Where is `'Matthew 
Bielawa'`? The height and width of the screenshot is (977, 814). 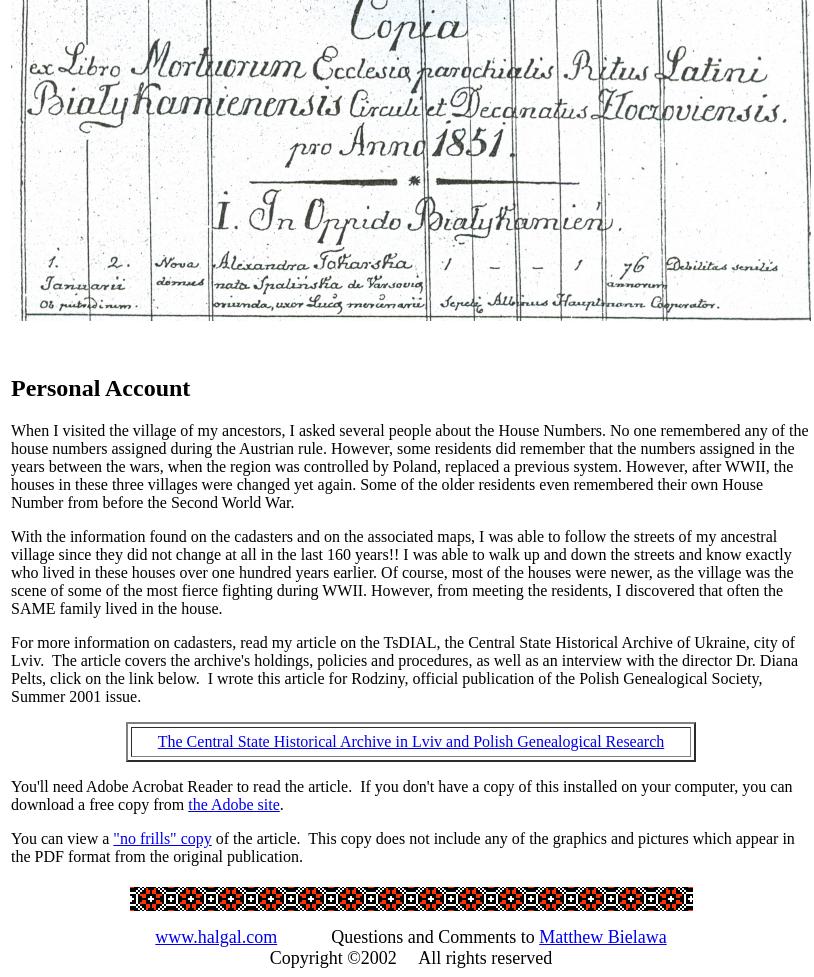
'Matthew 
Bielawa' is located at coordinates (601, 934).